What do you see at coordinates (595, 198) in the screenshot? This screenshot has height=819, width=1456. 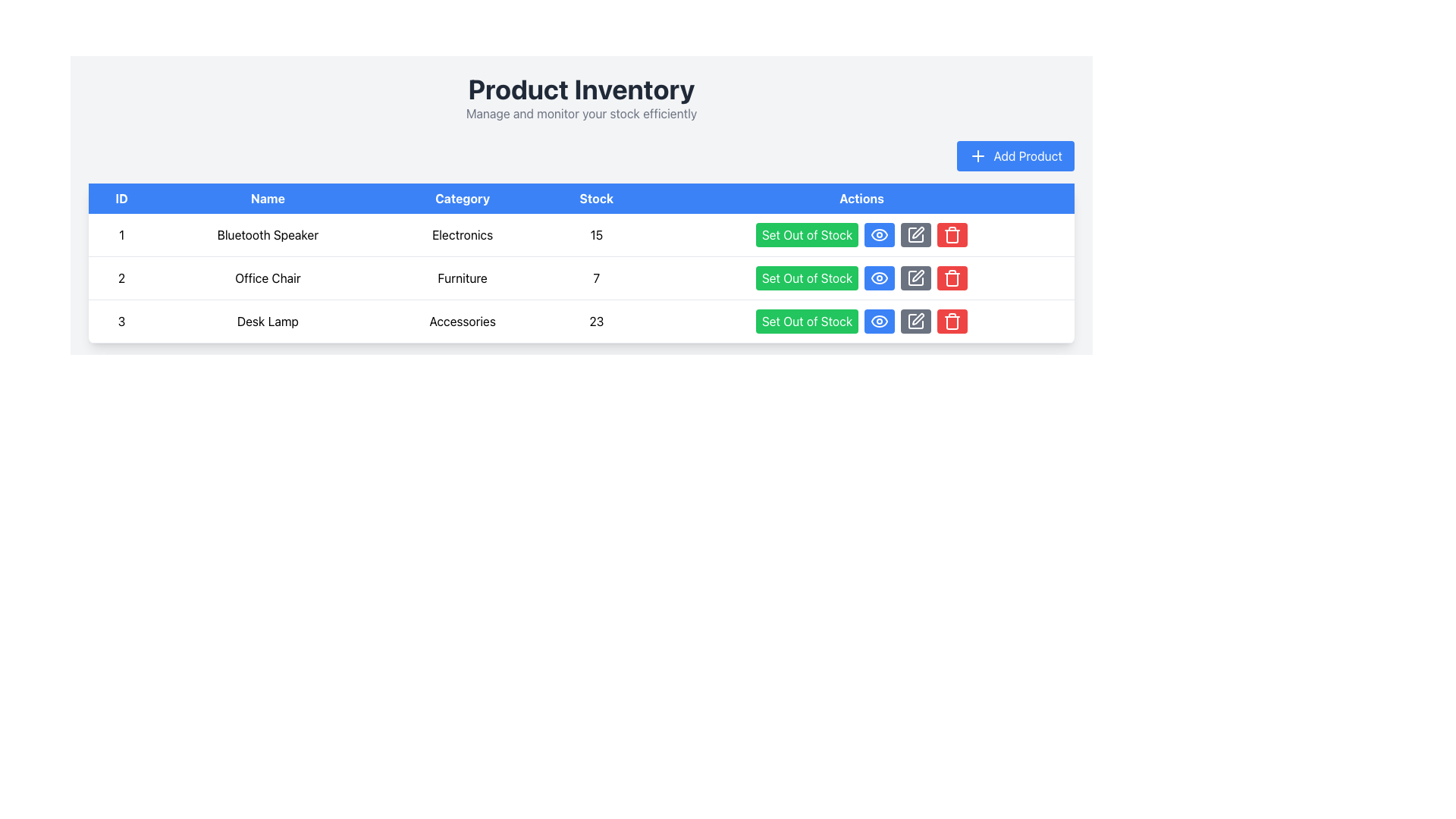 I see `the 'Stock' text label element which has a blue background and white bold text, located in the fourth column of the table header row` at bounding box center [595, 198].